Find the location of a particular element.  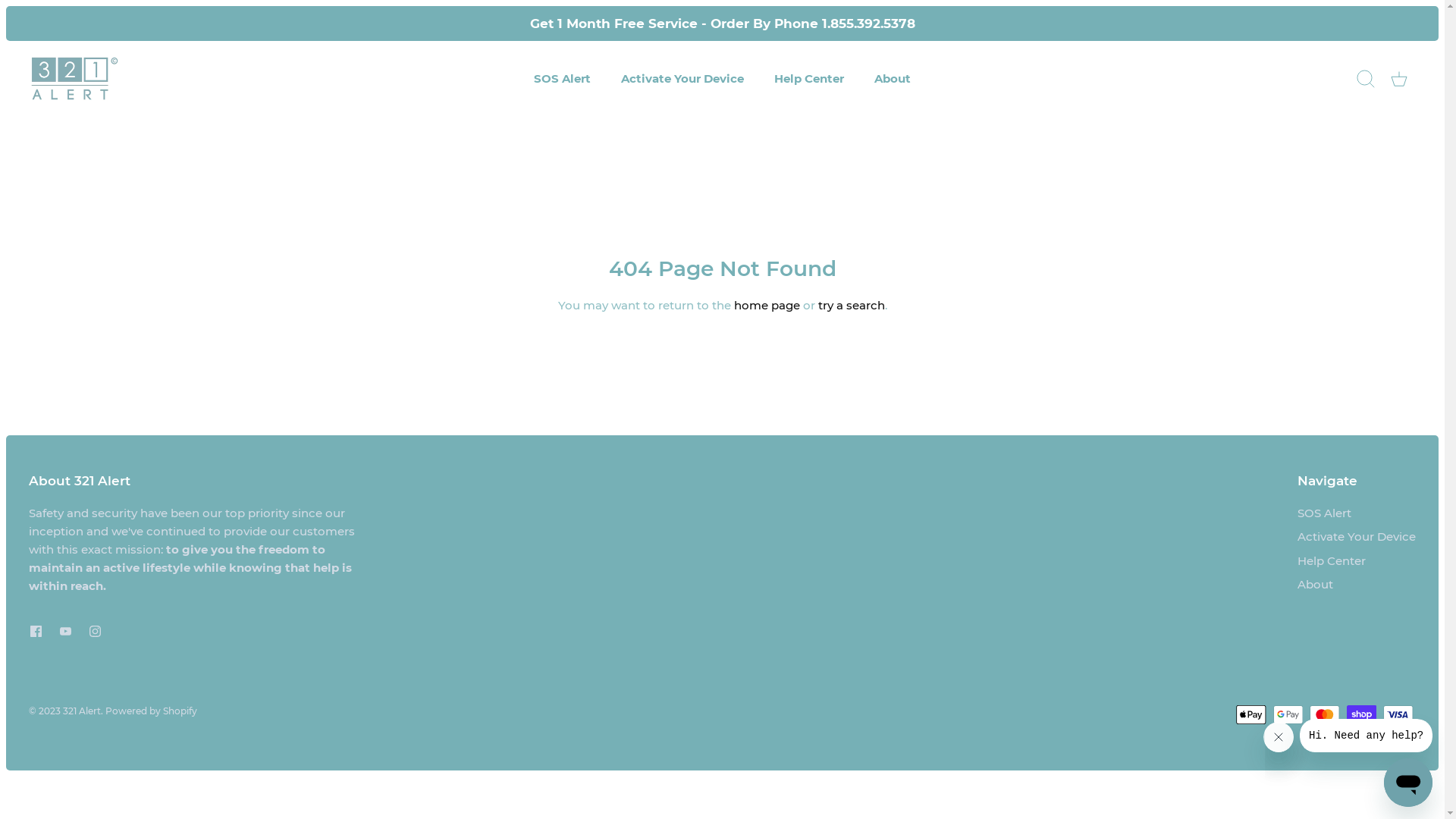

'Activate Your Device' is located at coordinates (607, 79).